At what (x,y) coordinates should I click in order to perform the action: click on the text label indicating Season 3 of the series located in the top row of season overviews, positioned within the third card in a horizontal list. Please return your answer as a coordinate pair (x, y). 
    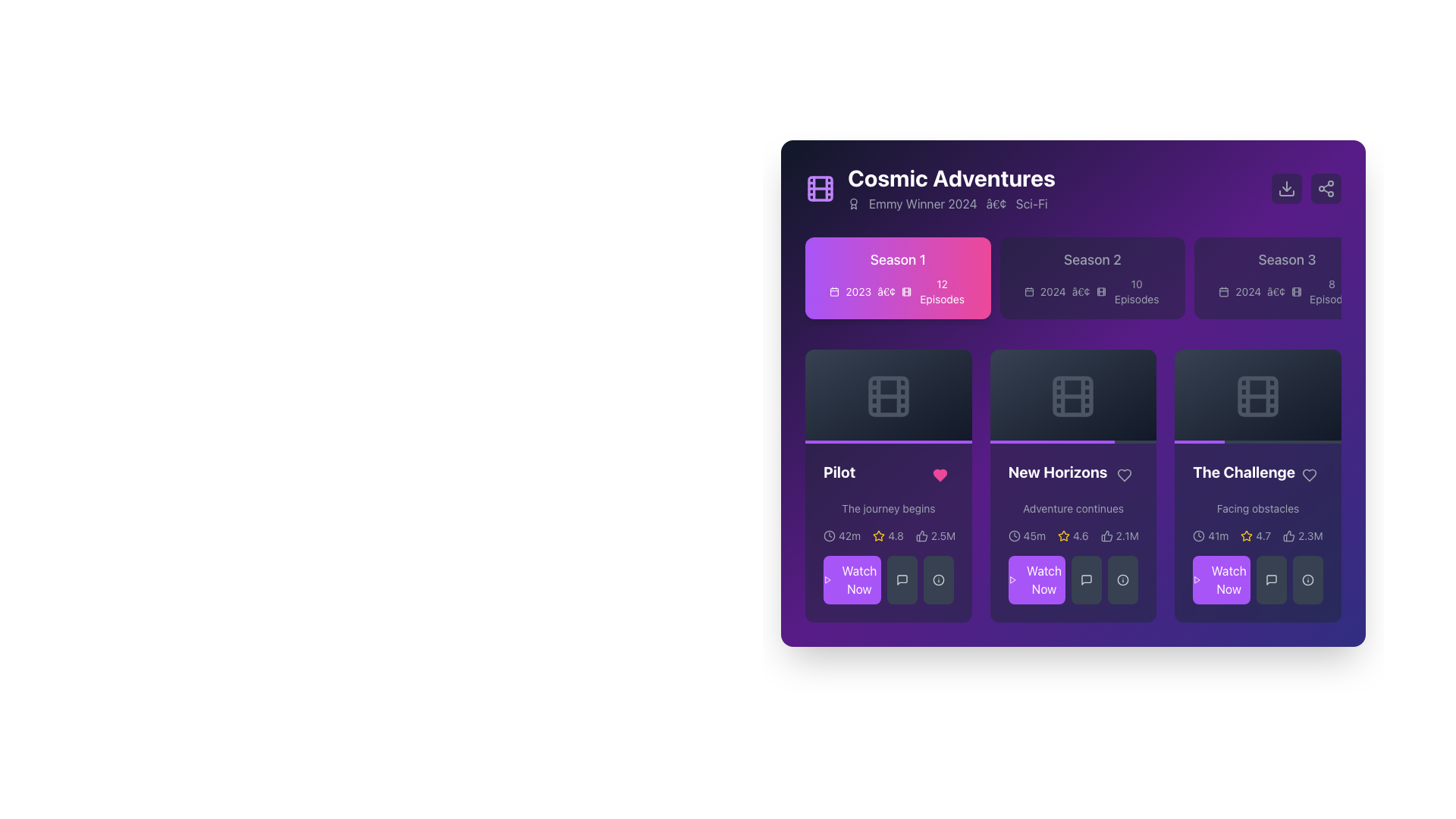
    Looking at the image, I should click on (1286, 259).